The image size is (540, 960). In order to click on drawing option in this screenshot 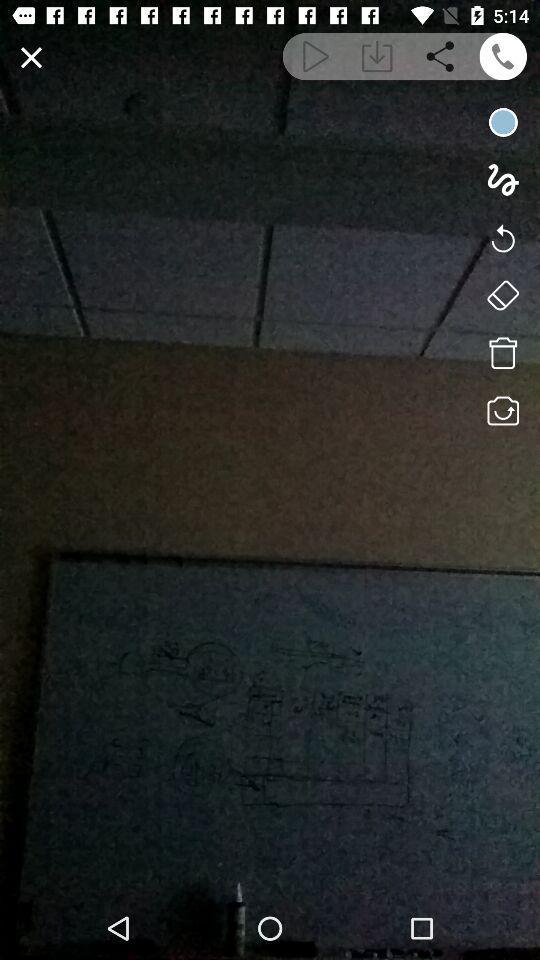, I will do `click(502, 179)`.